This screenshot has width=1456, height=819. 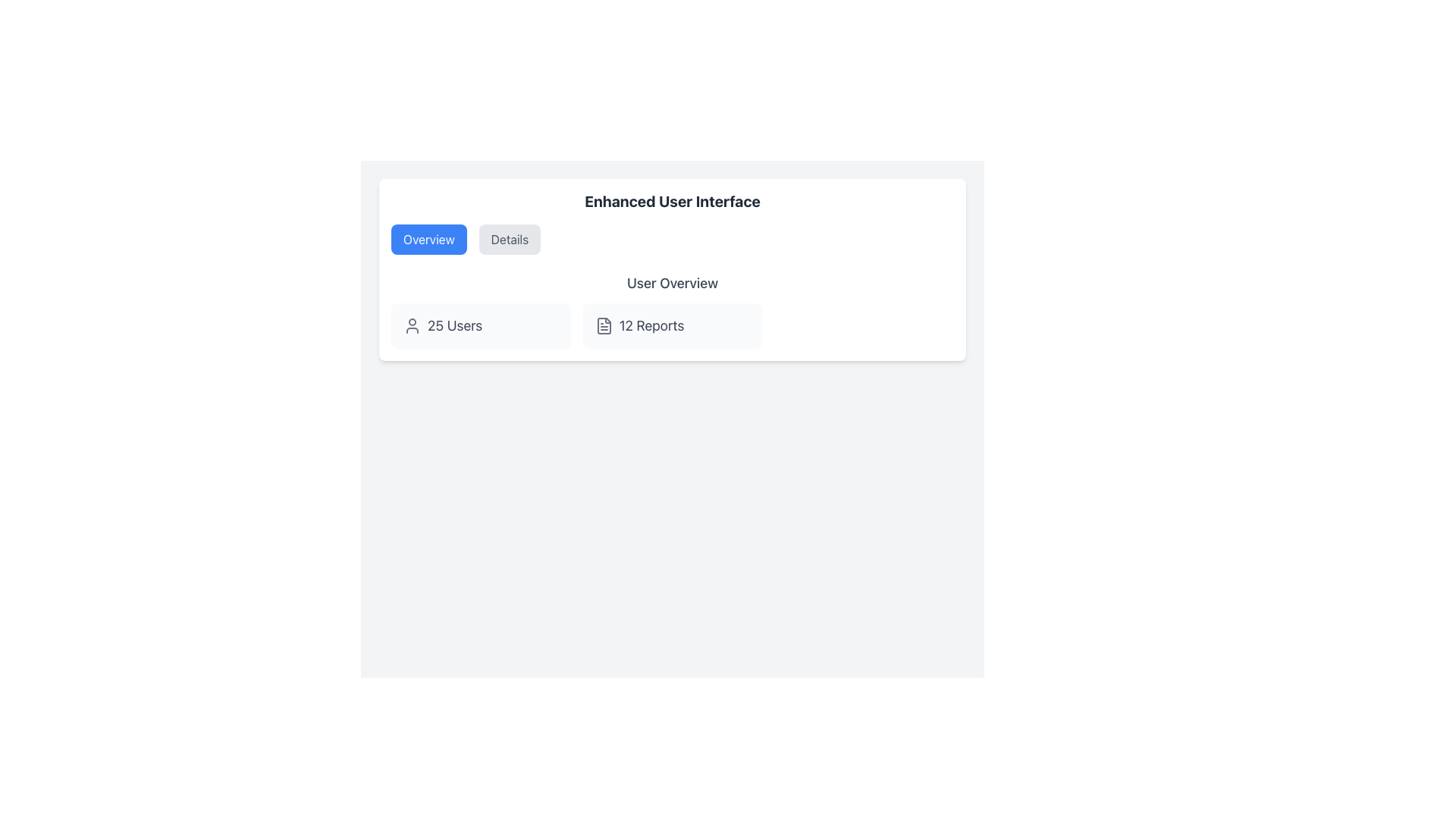 What do you see at coordinates (672, 309) in the screenshot?
I see `the Information Panel located in the 'Enhanced User Interface' card, specifically positioned in the third row of content below the overview and details tabs` at bounding box center [672, 309].